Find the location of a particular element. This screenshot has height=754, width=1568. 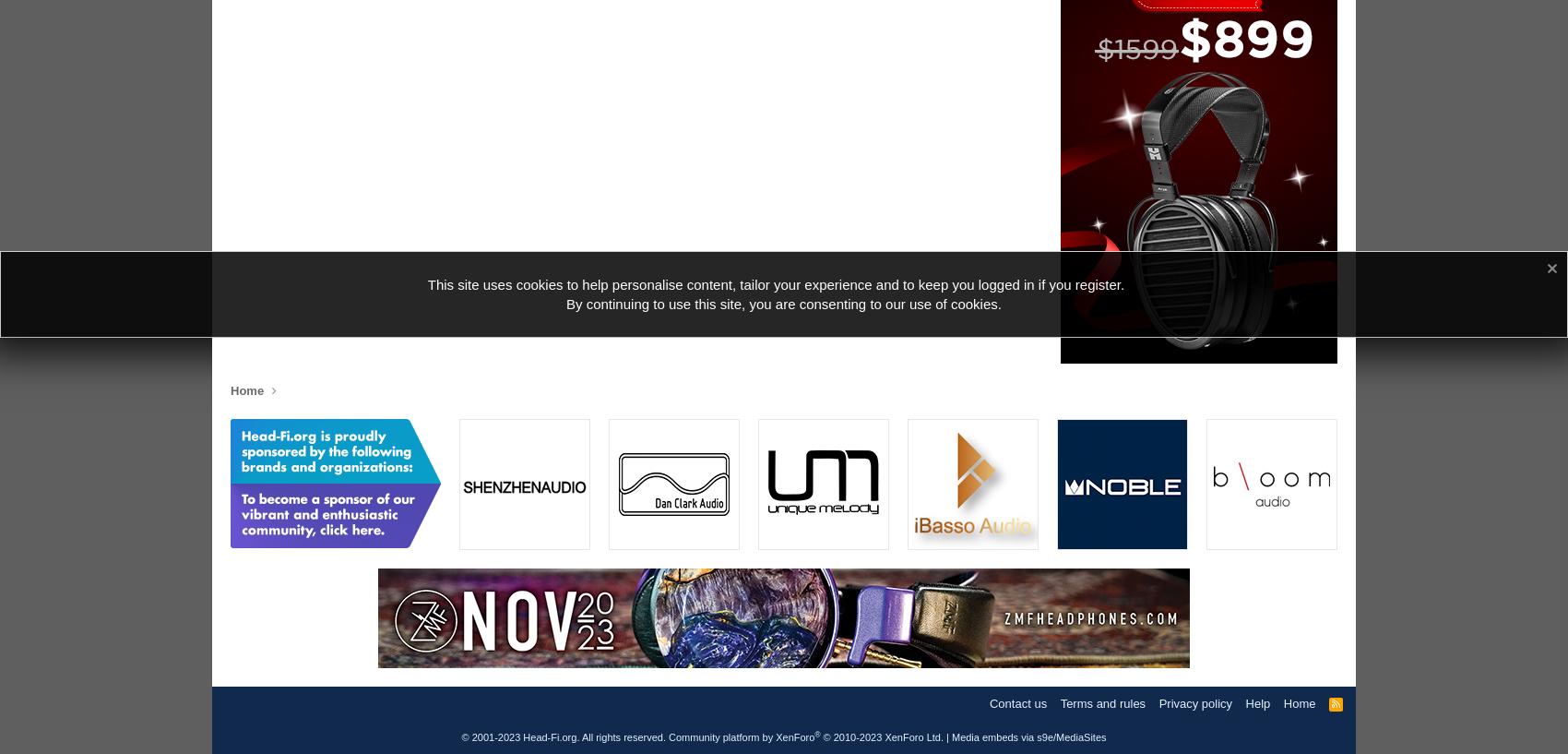

'Terms and rules' is located at coordinates (1101, 702).